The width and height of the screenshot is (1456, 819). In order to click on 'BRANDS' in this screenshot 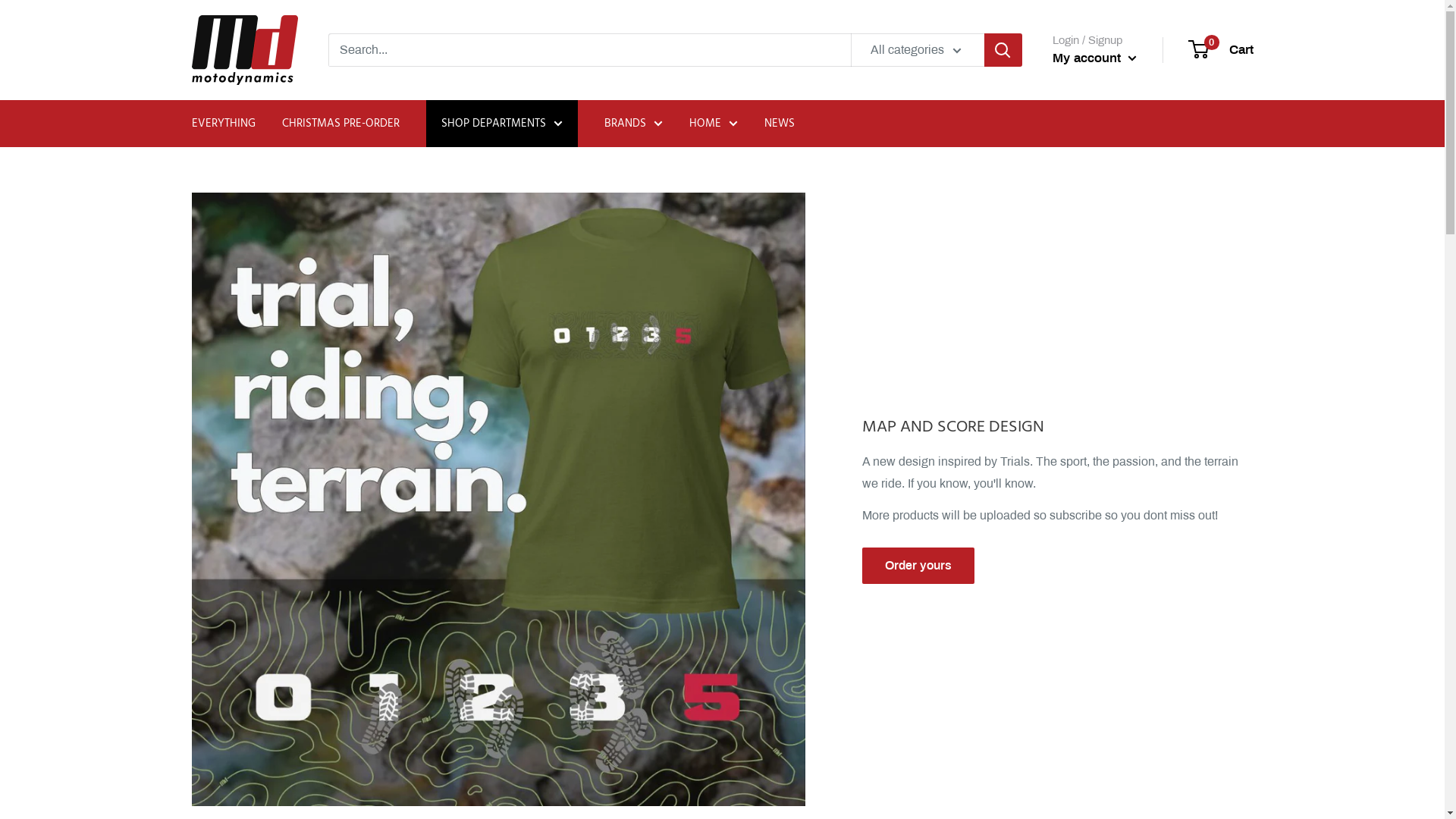, I will do `click(632, 122)`.